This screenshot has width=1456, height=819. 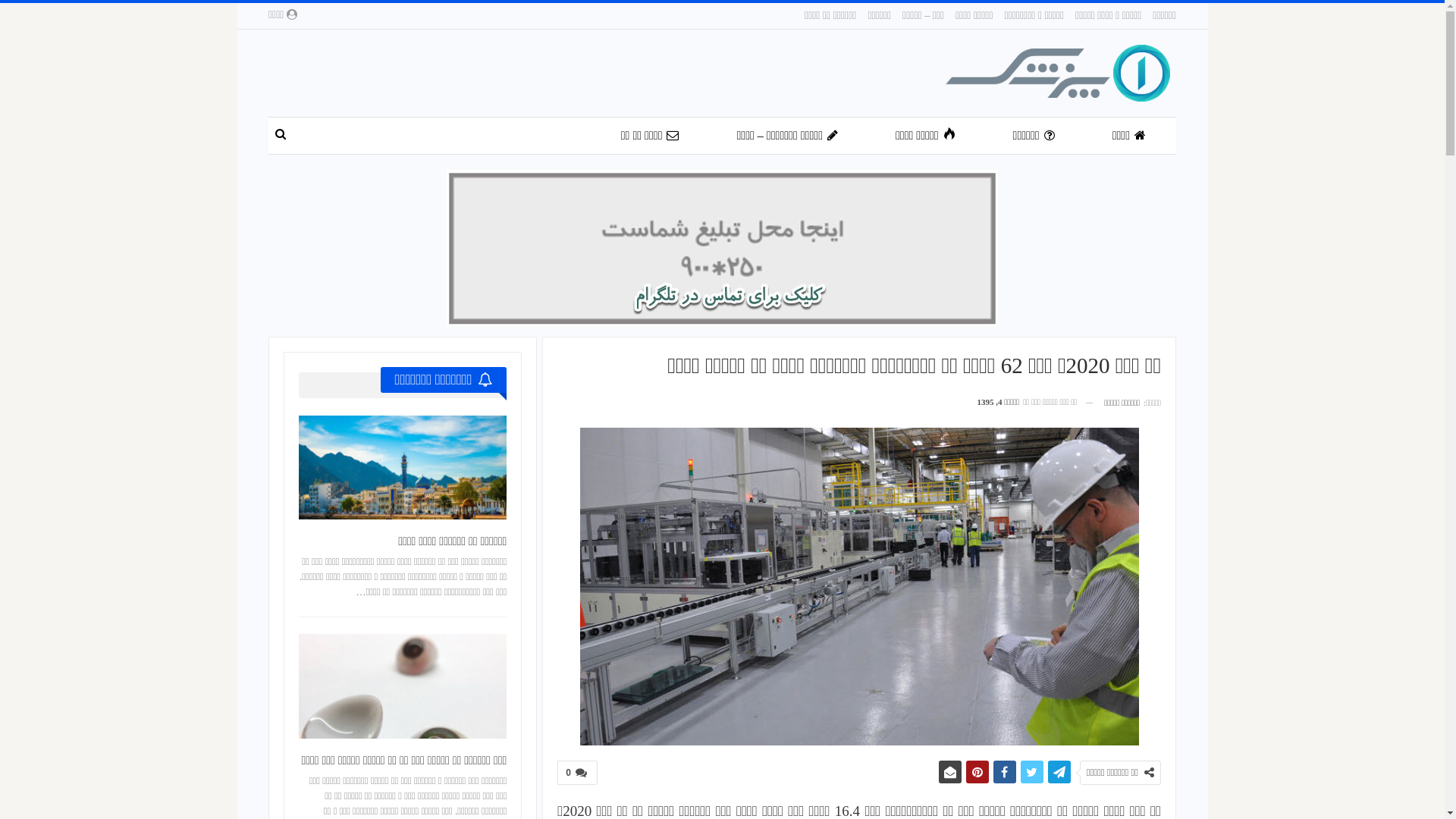 What do you see at coordinates (576, 772) in the screenshot?
I see `'0'` at bounding box center [576, 772].